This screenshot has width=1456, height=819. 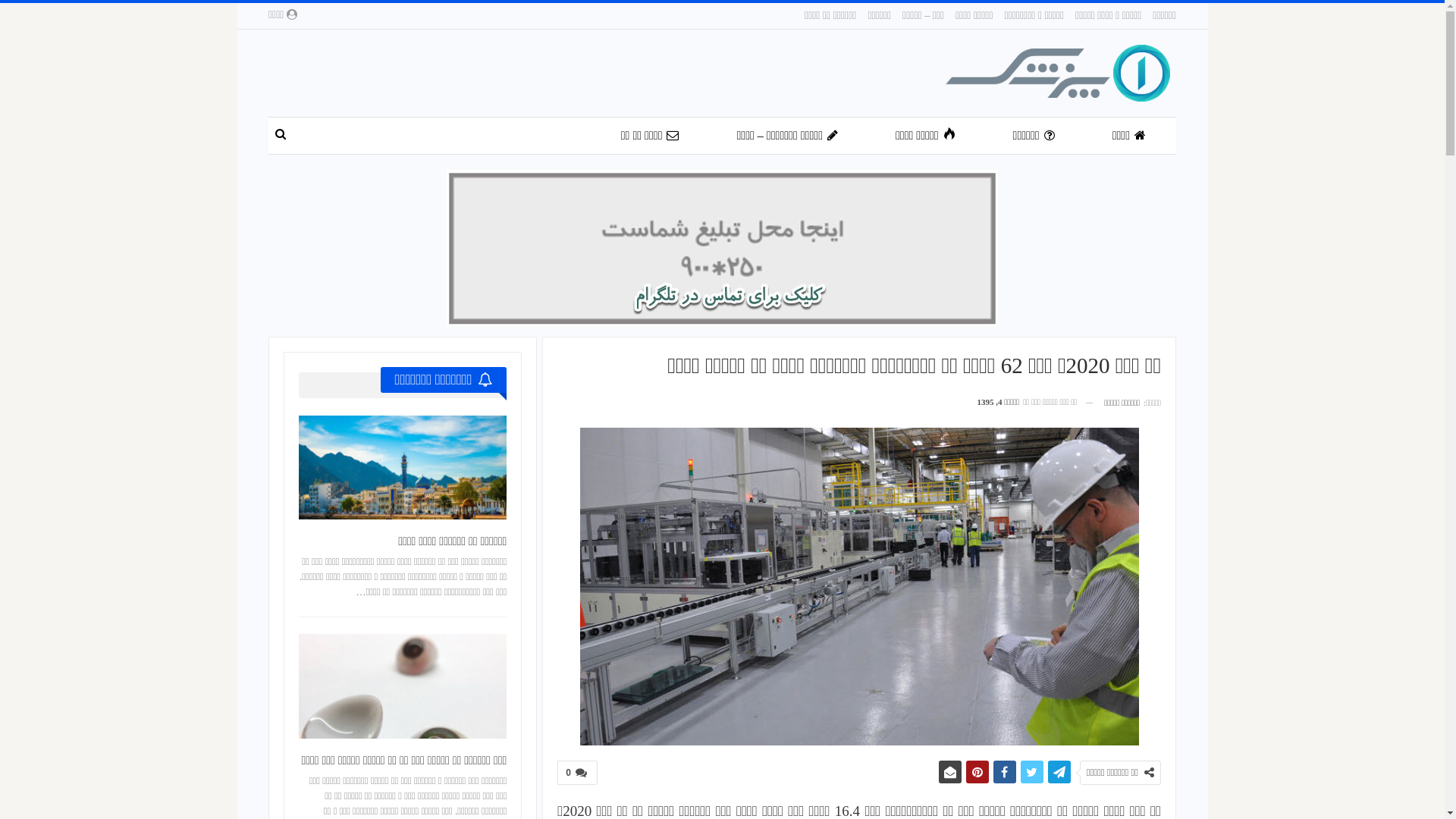 What do you see at coordinates (576, 772) in the screenshot?
I see `'0'` at bounding box center [576, 772].